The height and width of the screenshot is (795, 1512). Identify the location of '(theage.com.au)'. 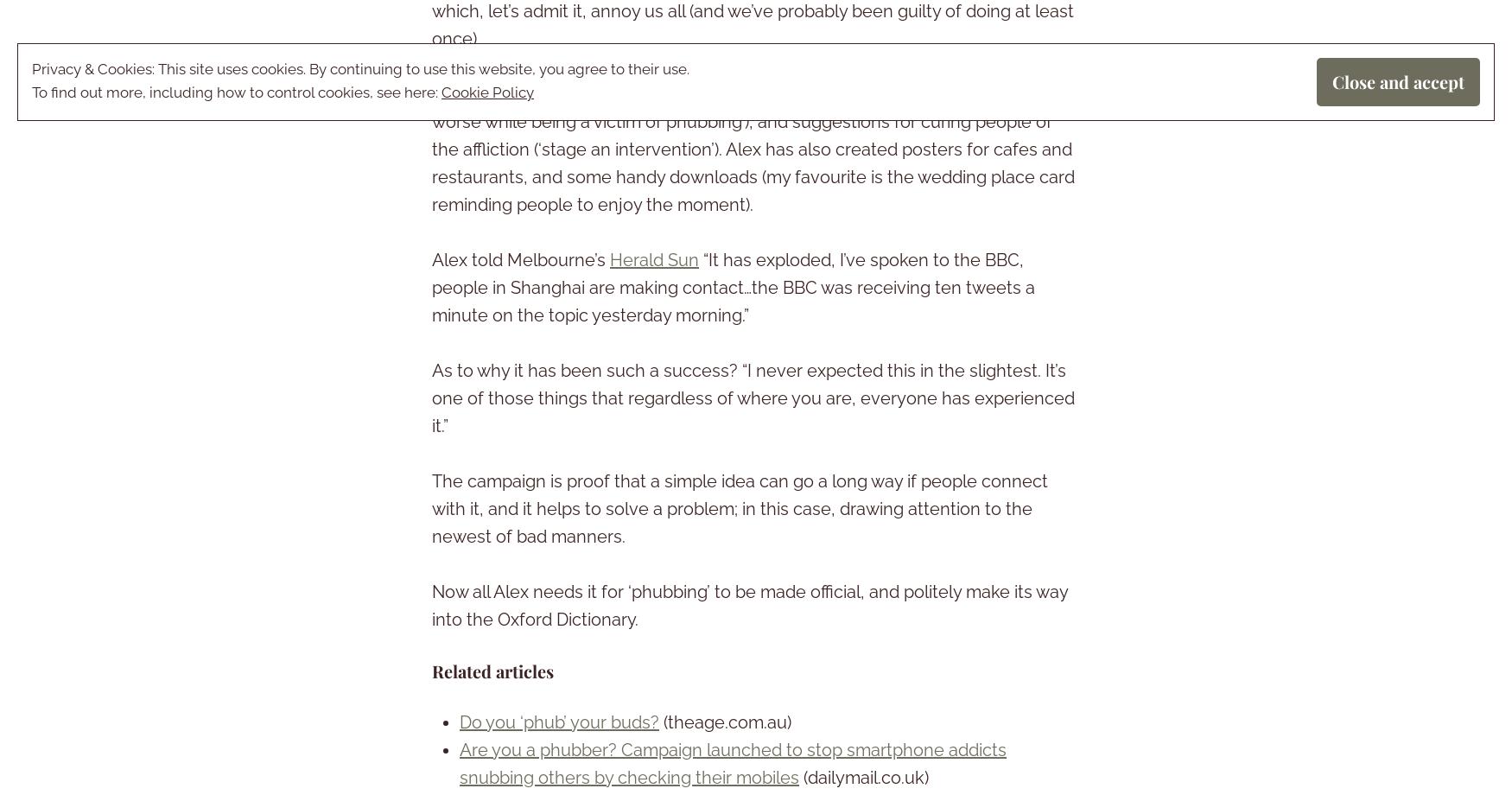
(725, 722).